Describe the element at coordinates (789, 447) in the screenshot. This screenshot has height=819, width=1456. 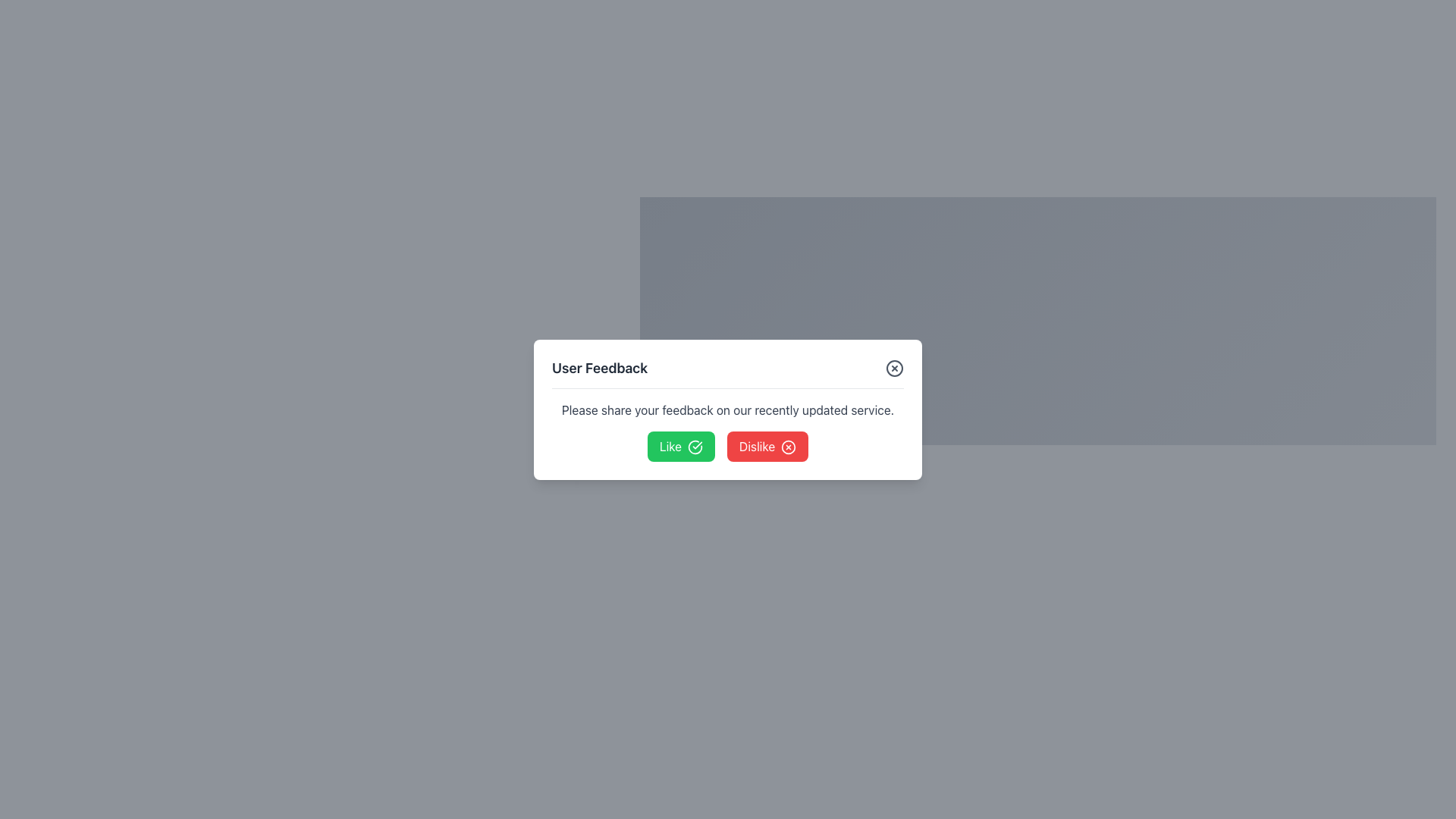
I see `the small red button-like graphic icon featuring an 'x' that is adjacent to the 'Dislike' text on the button` at that location.